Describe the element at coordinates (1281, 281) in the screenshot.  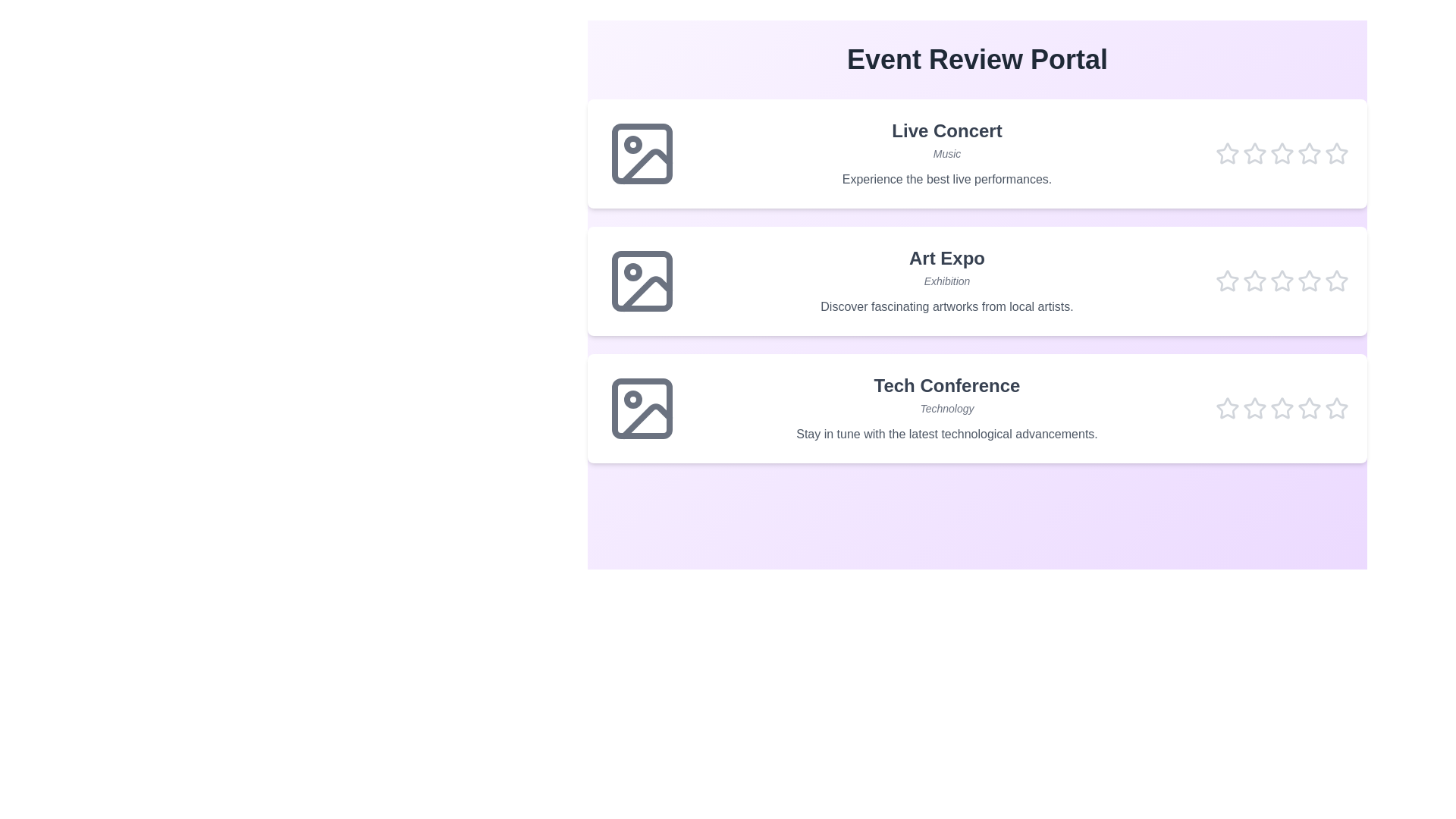
I see `the star corresponding to the rating 3 for the event Art Expo` at that location.